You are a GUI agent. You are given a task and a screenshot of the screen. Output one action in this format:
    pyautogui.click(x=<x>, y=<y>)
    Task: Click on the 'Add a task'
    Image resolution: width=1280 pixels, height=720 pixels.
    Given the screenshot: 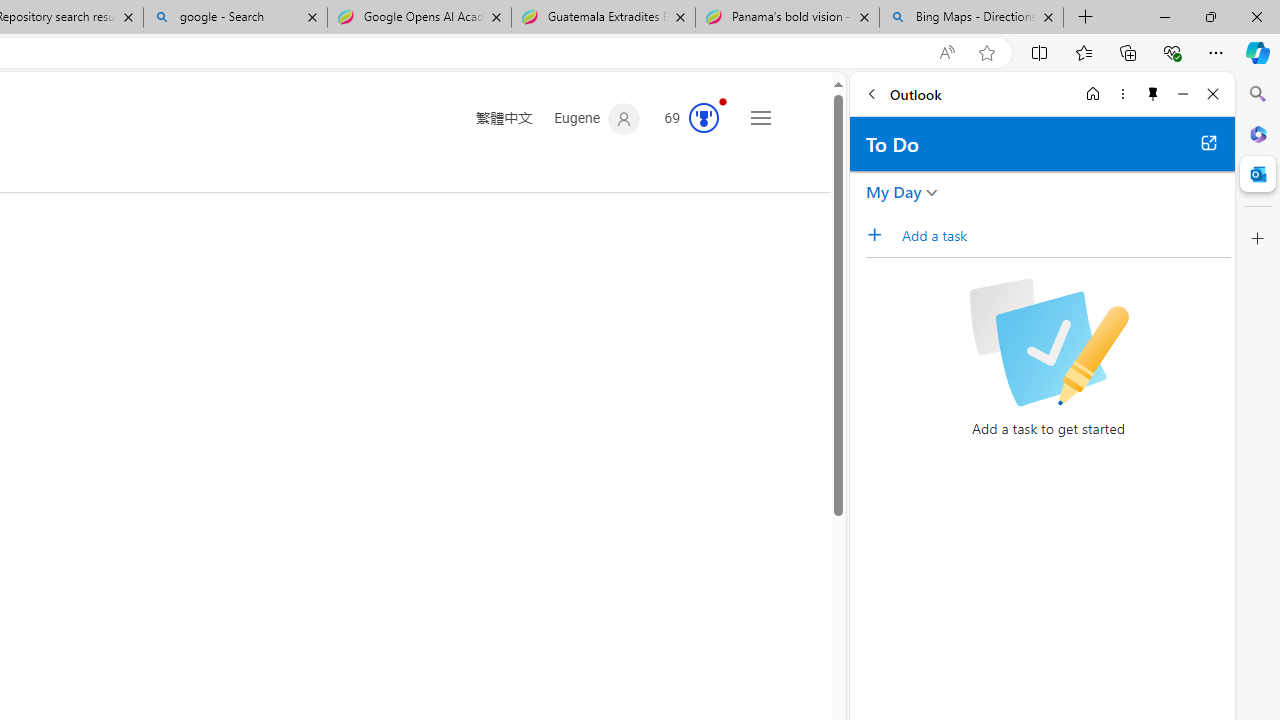 What is the action you would take?
    pyautogui.click(x=880, y=234)
    